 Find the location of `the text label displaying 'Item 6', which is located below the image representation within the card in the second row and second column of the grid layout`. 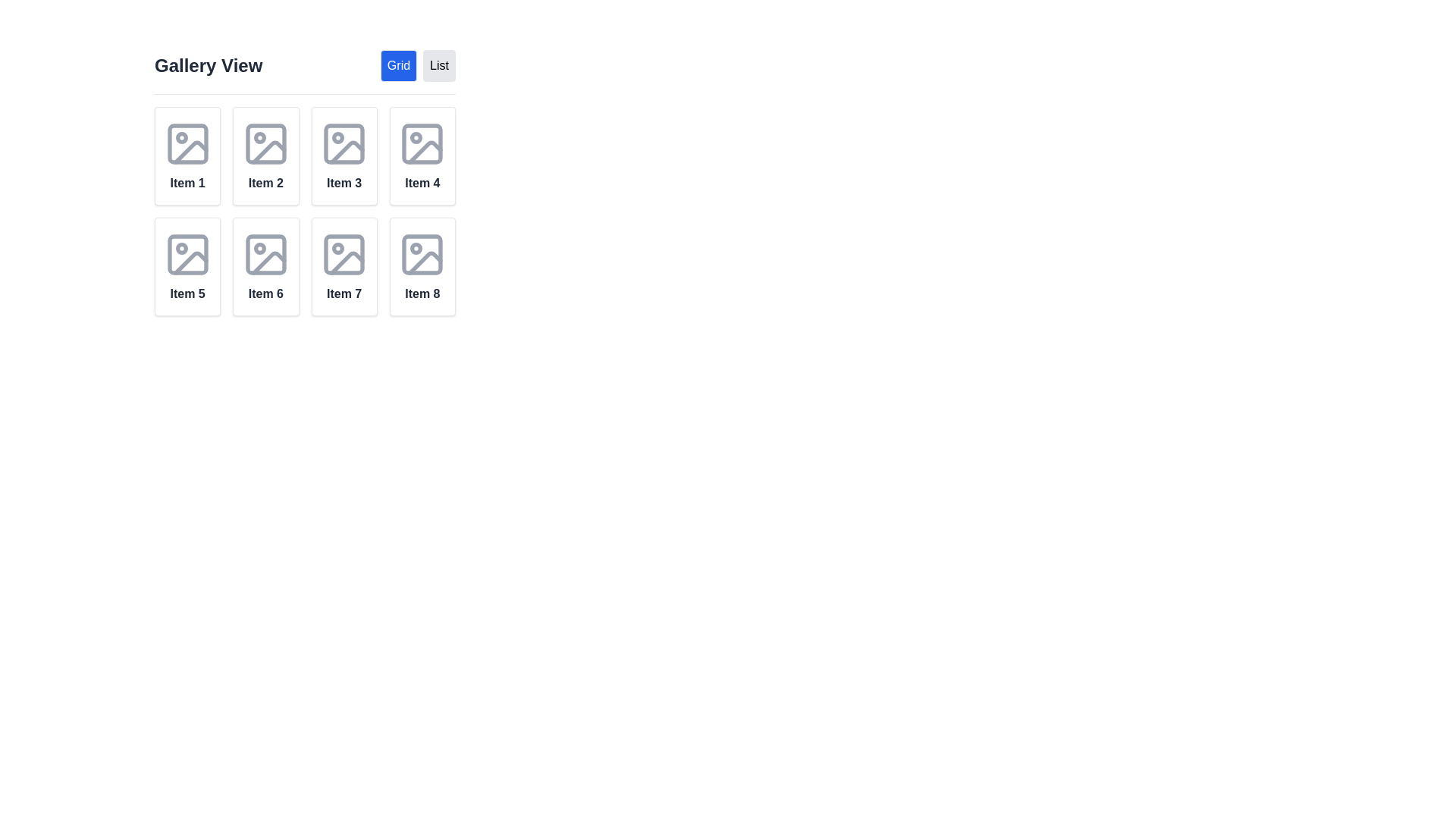

the text label displaying 'Item 6', which is located below the image representation within the card in the second row and second column of the grid layout is located at coordinates (265, 294).